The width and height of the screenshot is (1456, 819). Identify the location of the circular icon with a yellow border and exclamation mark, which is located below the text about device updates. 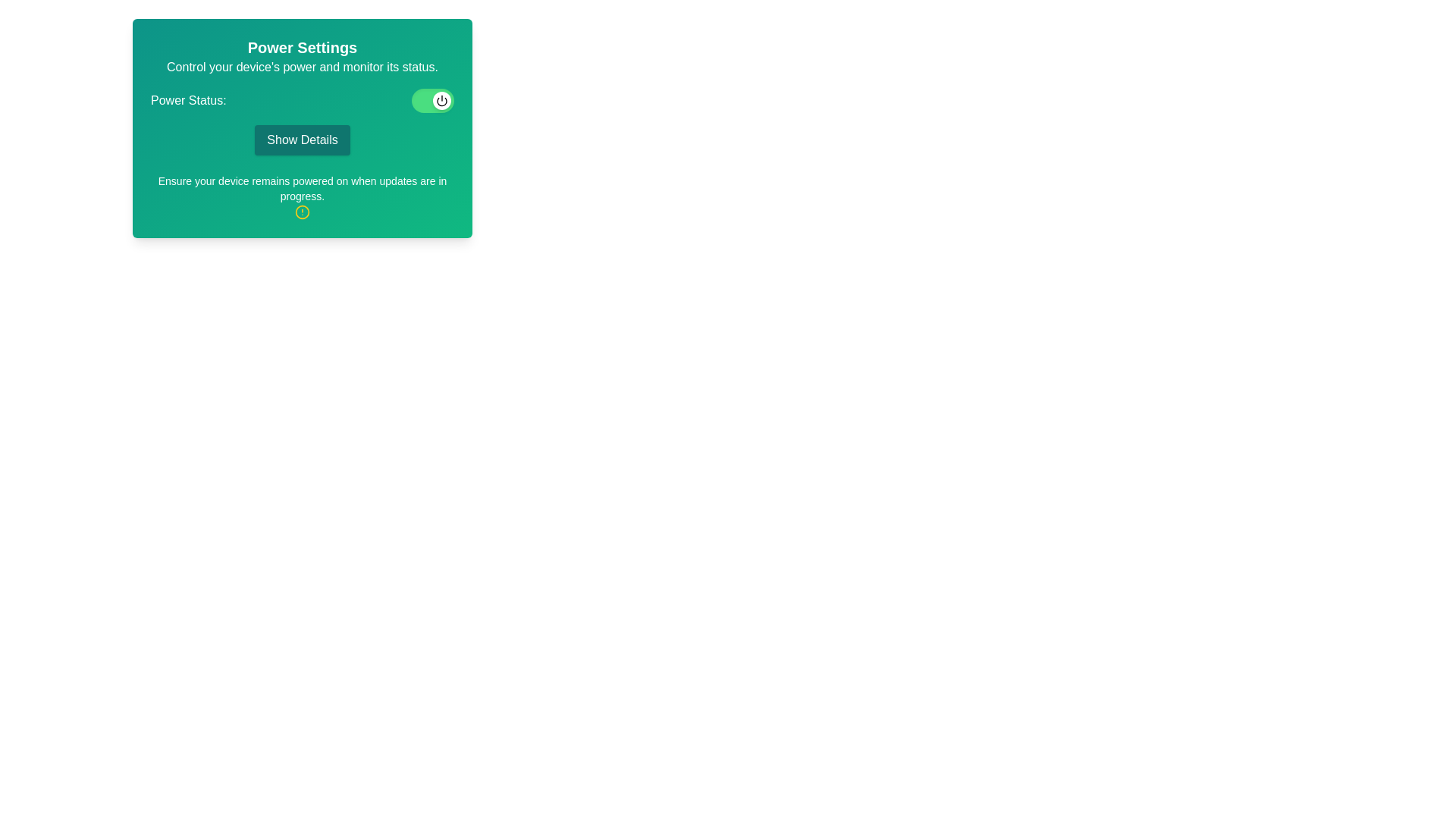
(302, 212).